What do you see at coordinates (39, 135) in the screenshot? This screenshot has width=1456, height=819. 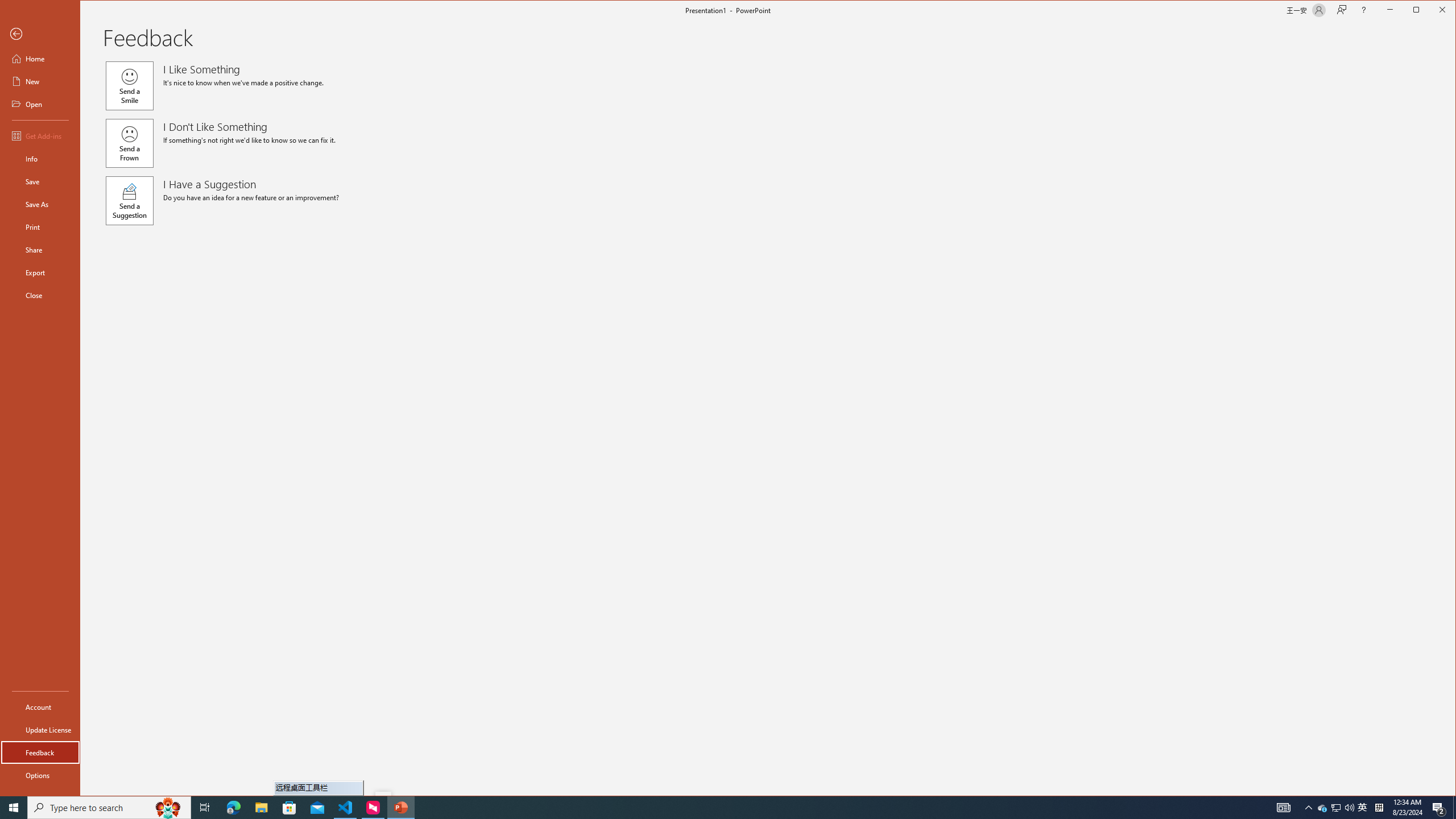 I see `'Get Add-ins'` at bounding box center [39, 135].